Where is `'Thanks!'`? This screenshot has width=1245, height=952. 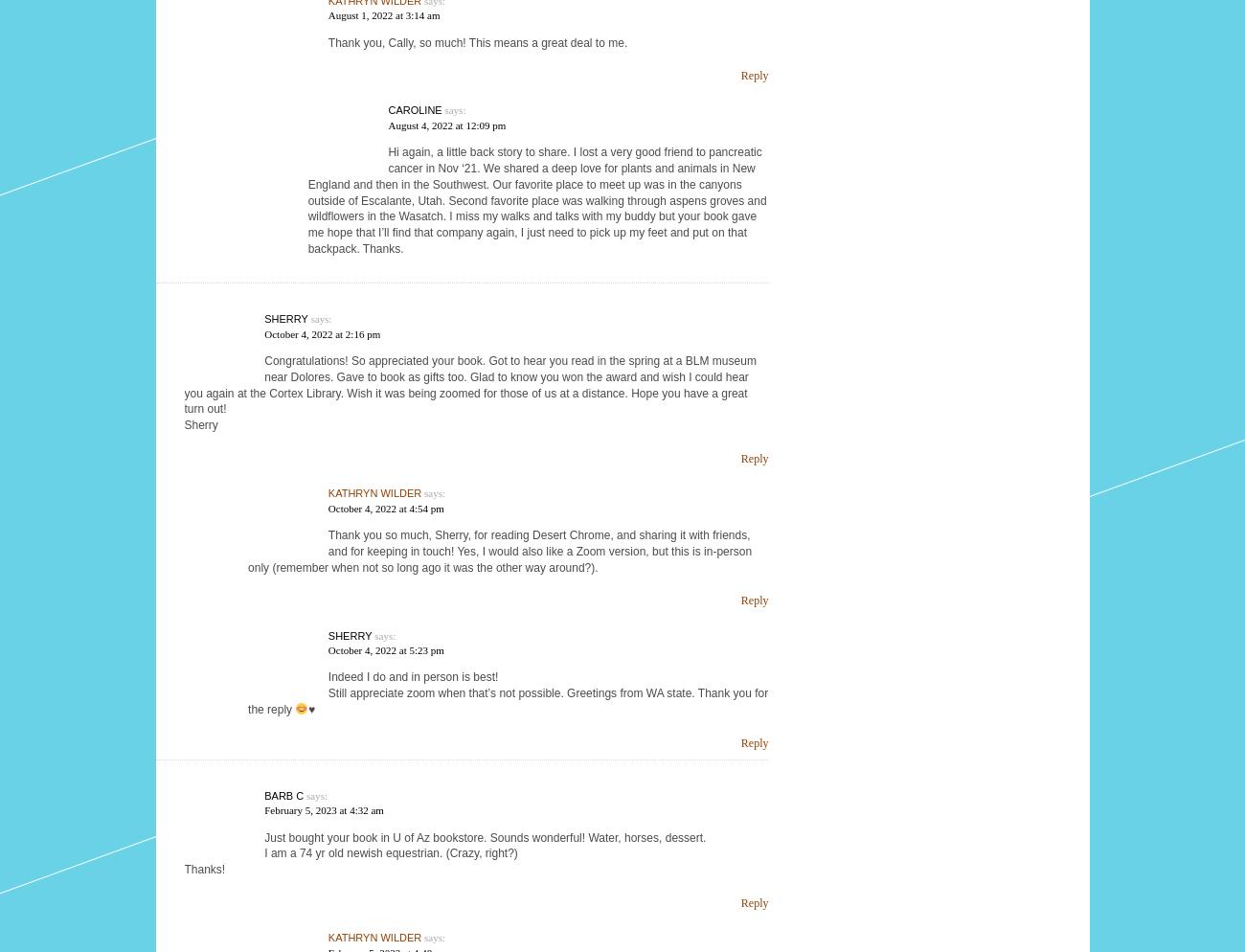
'Thanks!' is located at coordinates (204, 869).